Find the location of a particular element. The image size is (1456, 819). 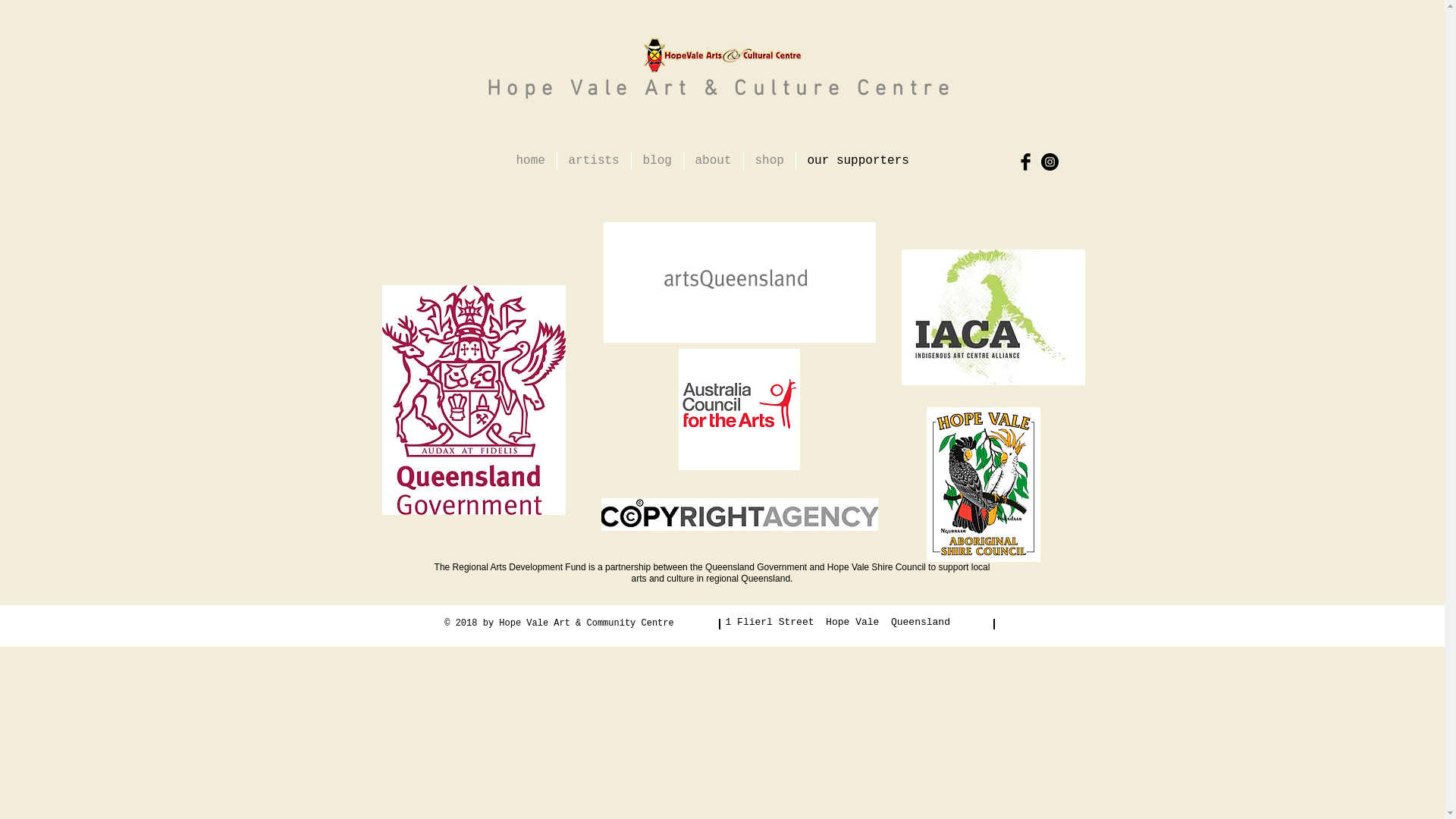

'our supporters' is located at coordinates (858, 161).